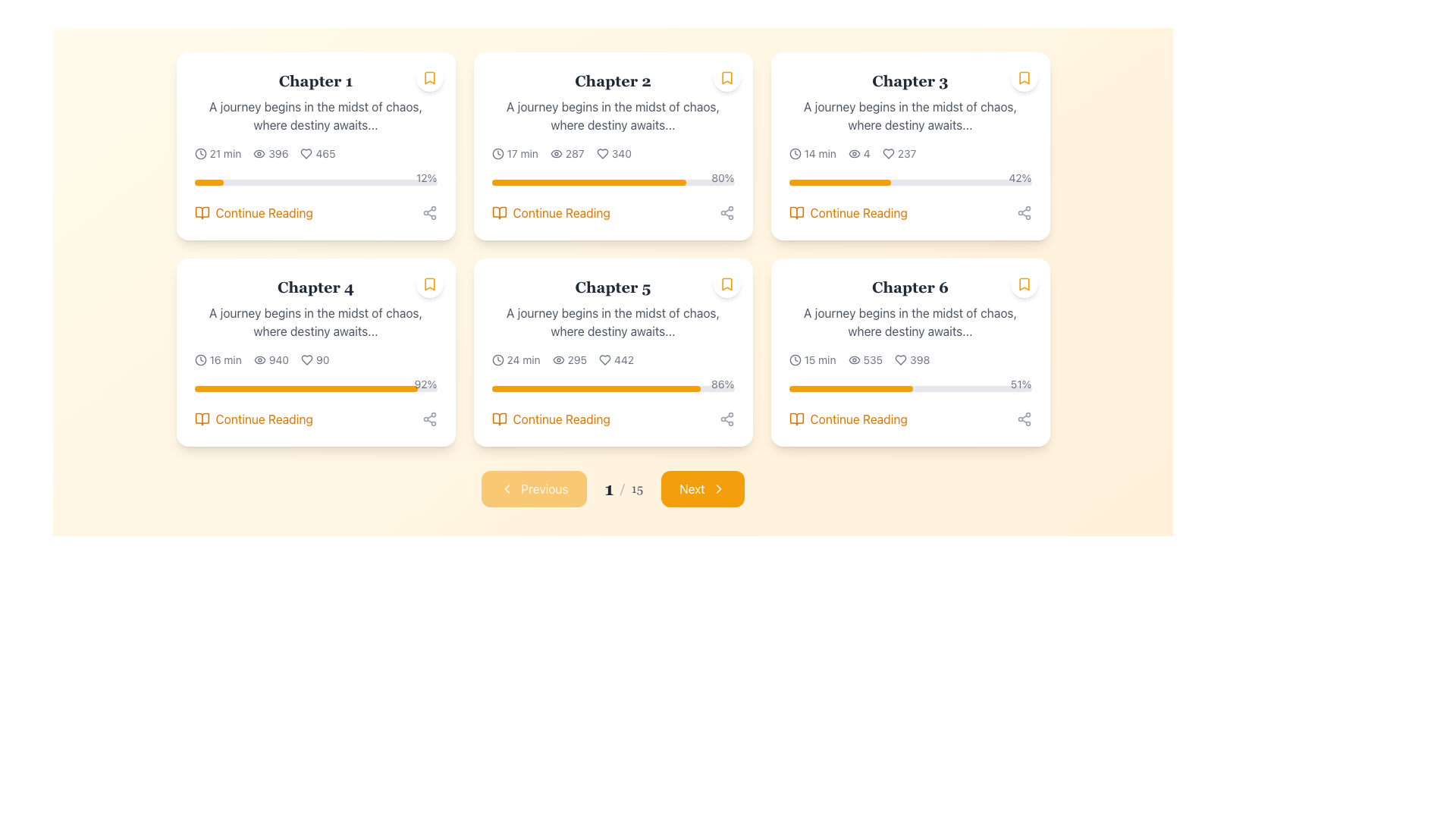  Describe the element at coordinates (1021, 383) in the screenshot. I see `the text label displaying '51%' located at the top-right of the 'Chapter 6' card's progress bar section` at that location.